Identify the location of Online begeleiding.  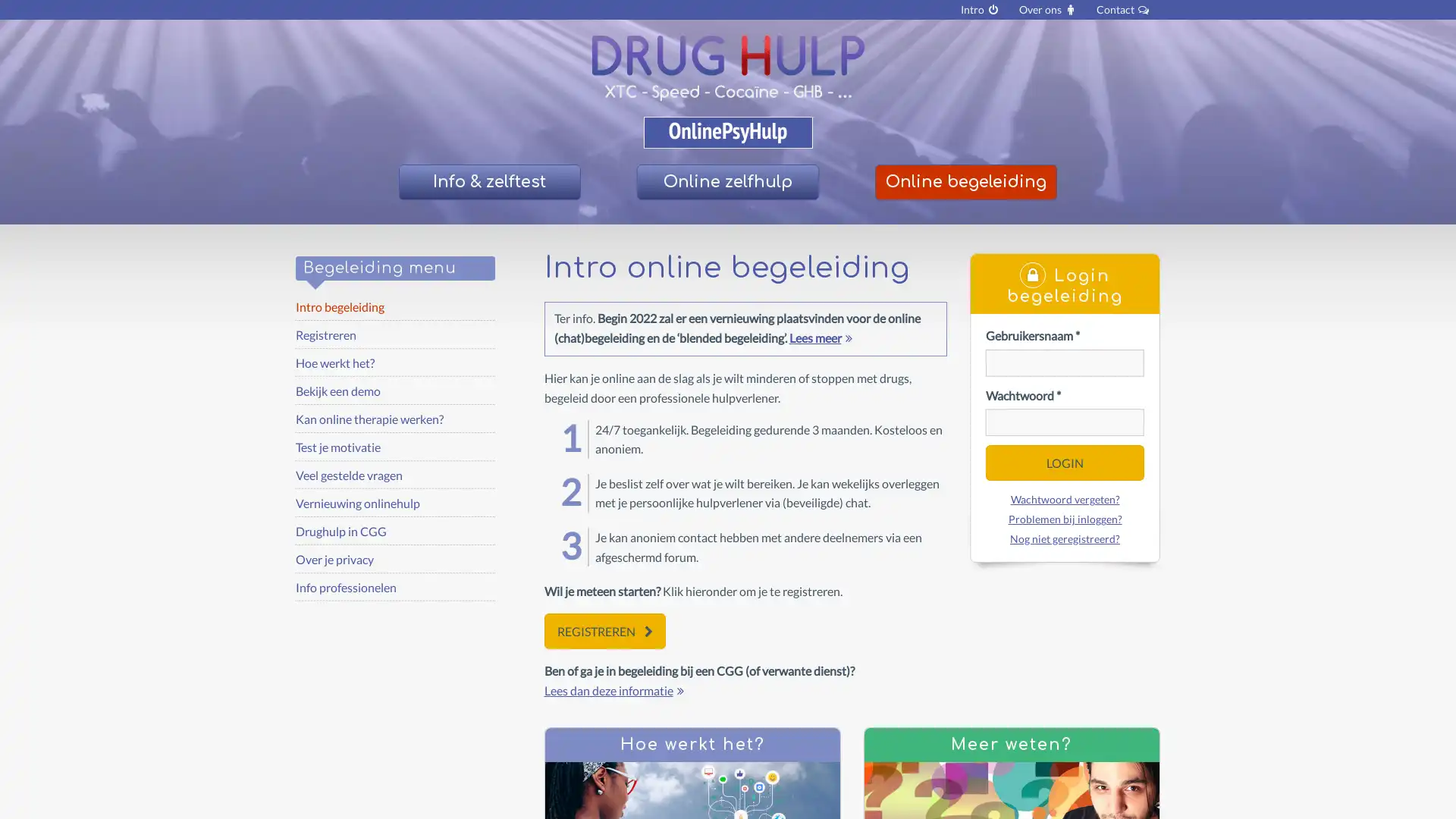
(964, 180).